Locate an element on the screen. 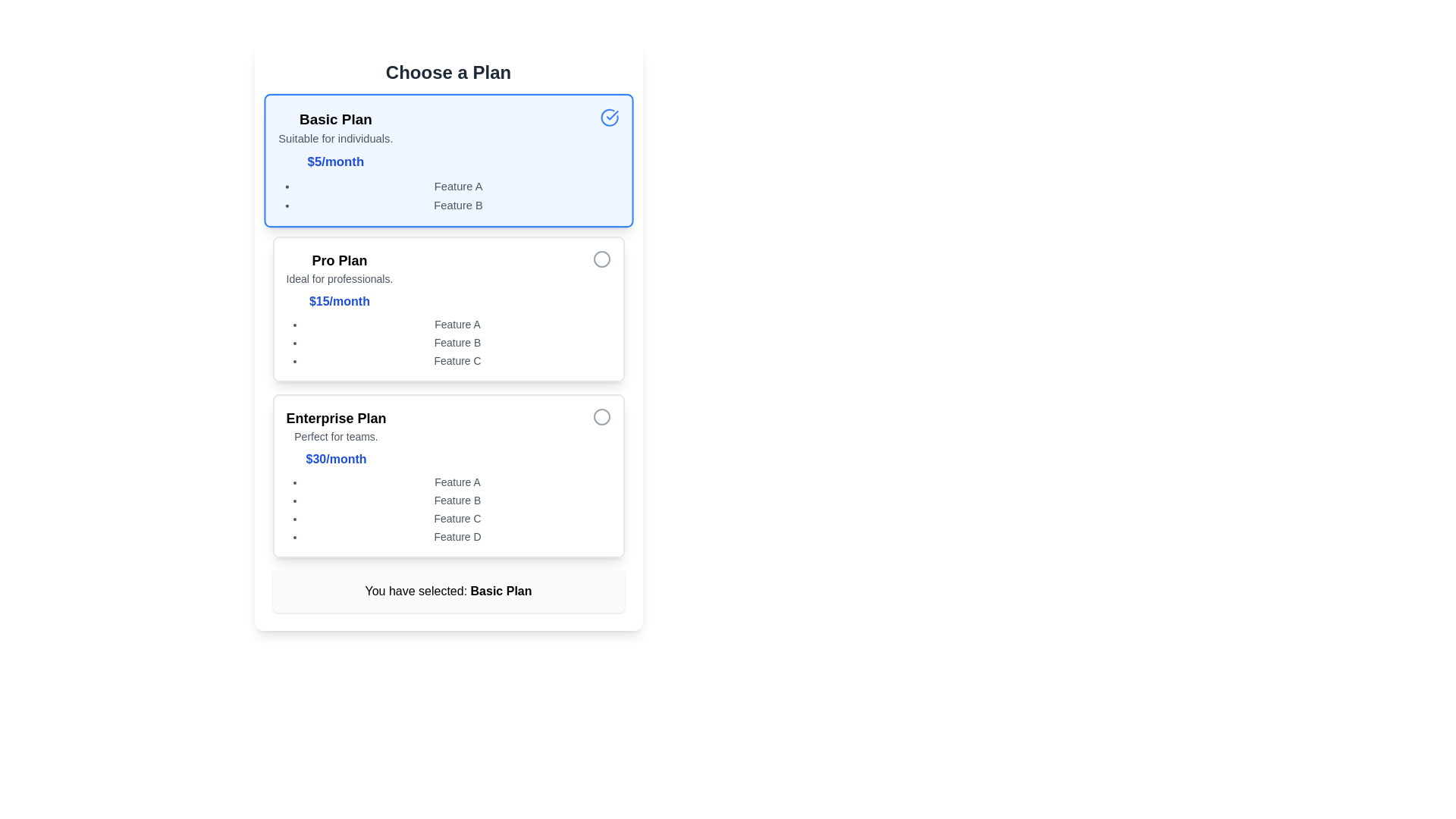  the visual feedback of the gray circular radio button located at the top-right corner of the card under 'Pro Plan' is located at coordinates (601, 259).